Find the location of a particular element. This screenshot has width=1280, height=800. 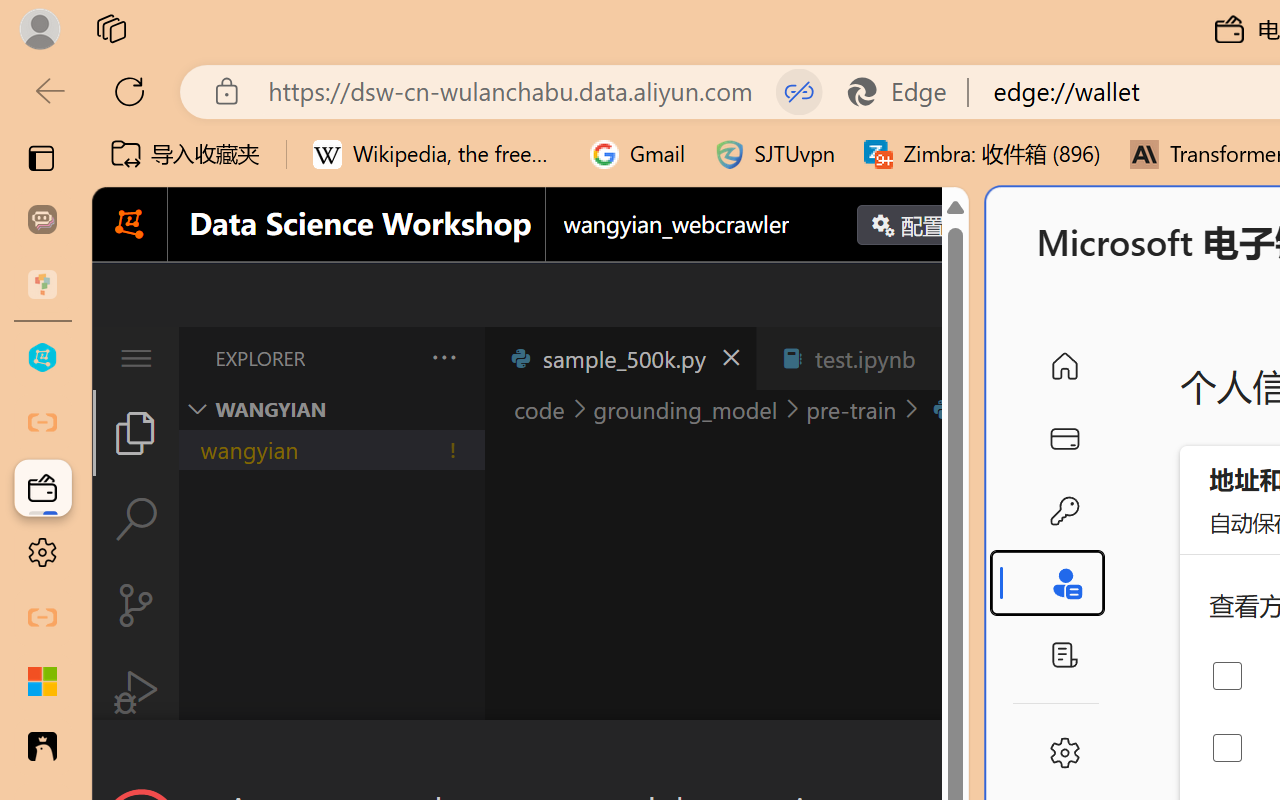

'Close Dialog' is located at coordinates (960, 756).